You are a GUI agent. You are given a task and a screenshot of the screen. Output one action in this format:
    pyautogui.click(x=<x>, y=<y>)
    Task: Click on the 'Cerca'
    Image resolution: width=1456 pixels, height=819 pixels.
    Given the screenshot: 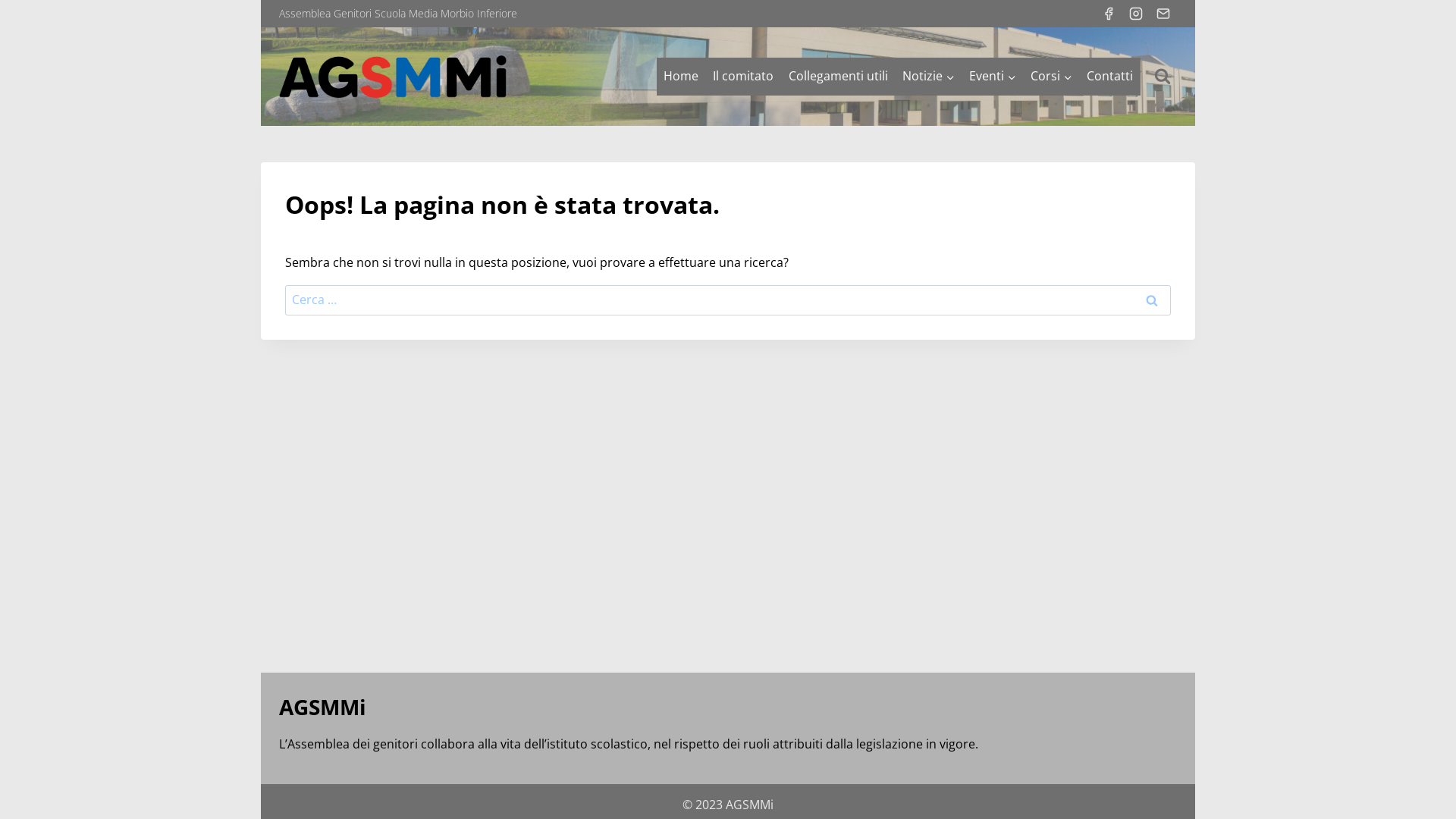 What is the action you would take?
    pyautogui.click(x=1151, y=300)
    